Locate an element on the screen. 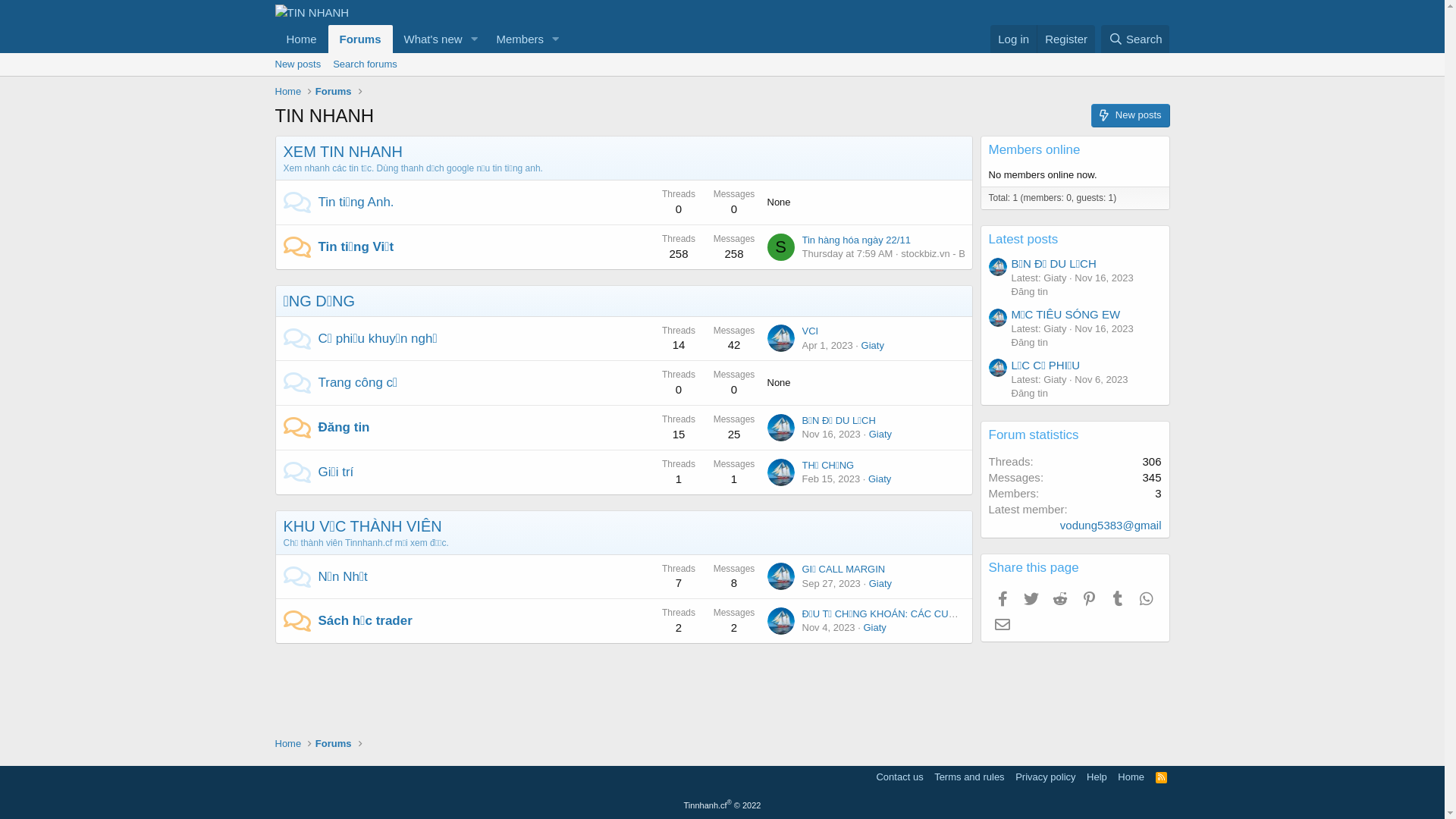  'Giaty' is located at coordinates (873, 345).